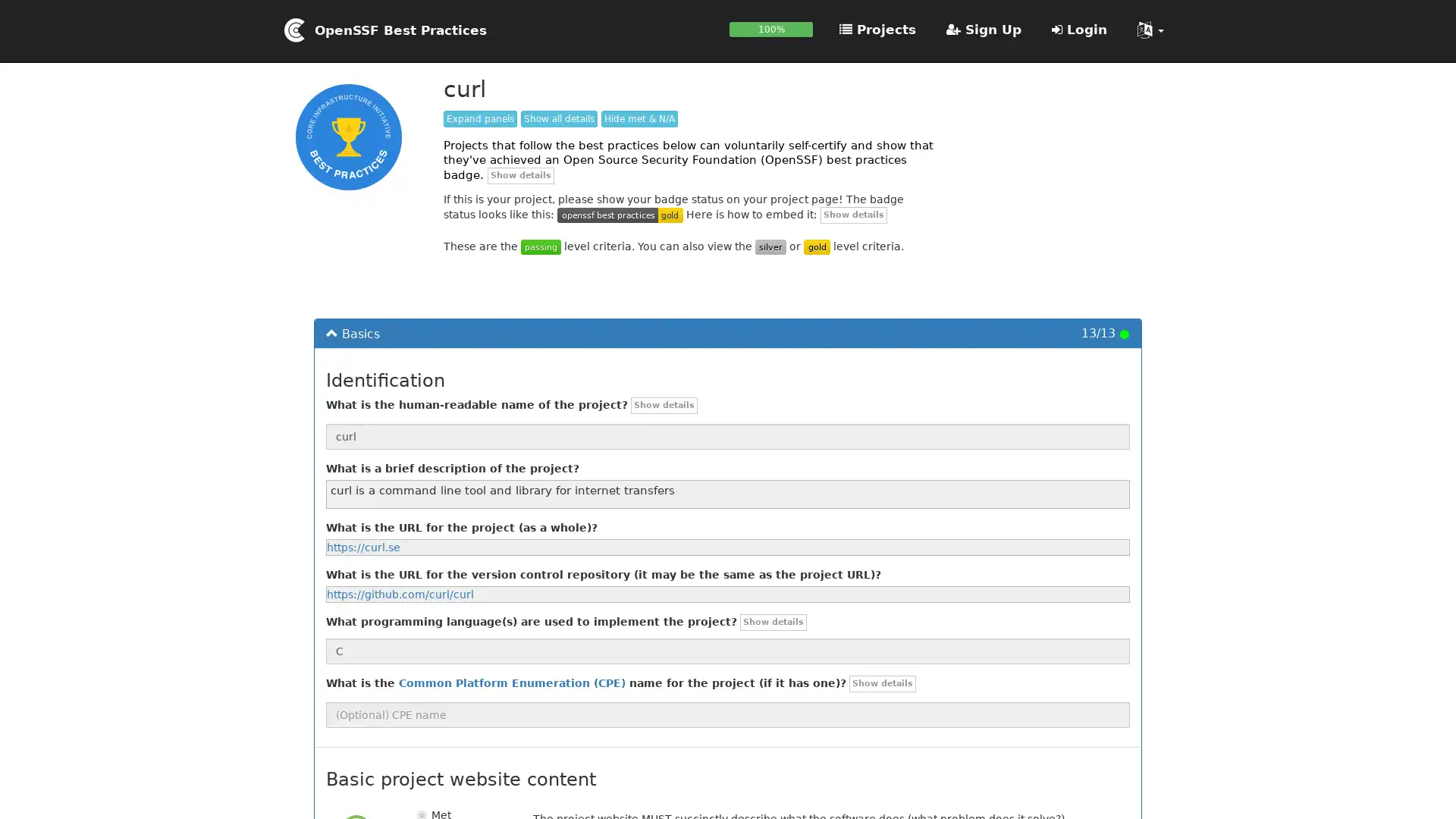 The width and height of the screenshot is (1456, 819). I want to click on Show details, so click(854, 214).